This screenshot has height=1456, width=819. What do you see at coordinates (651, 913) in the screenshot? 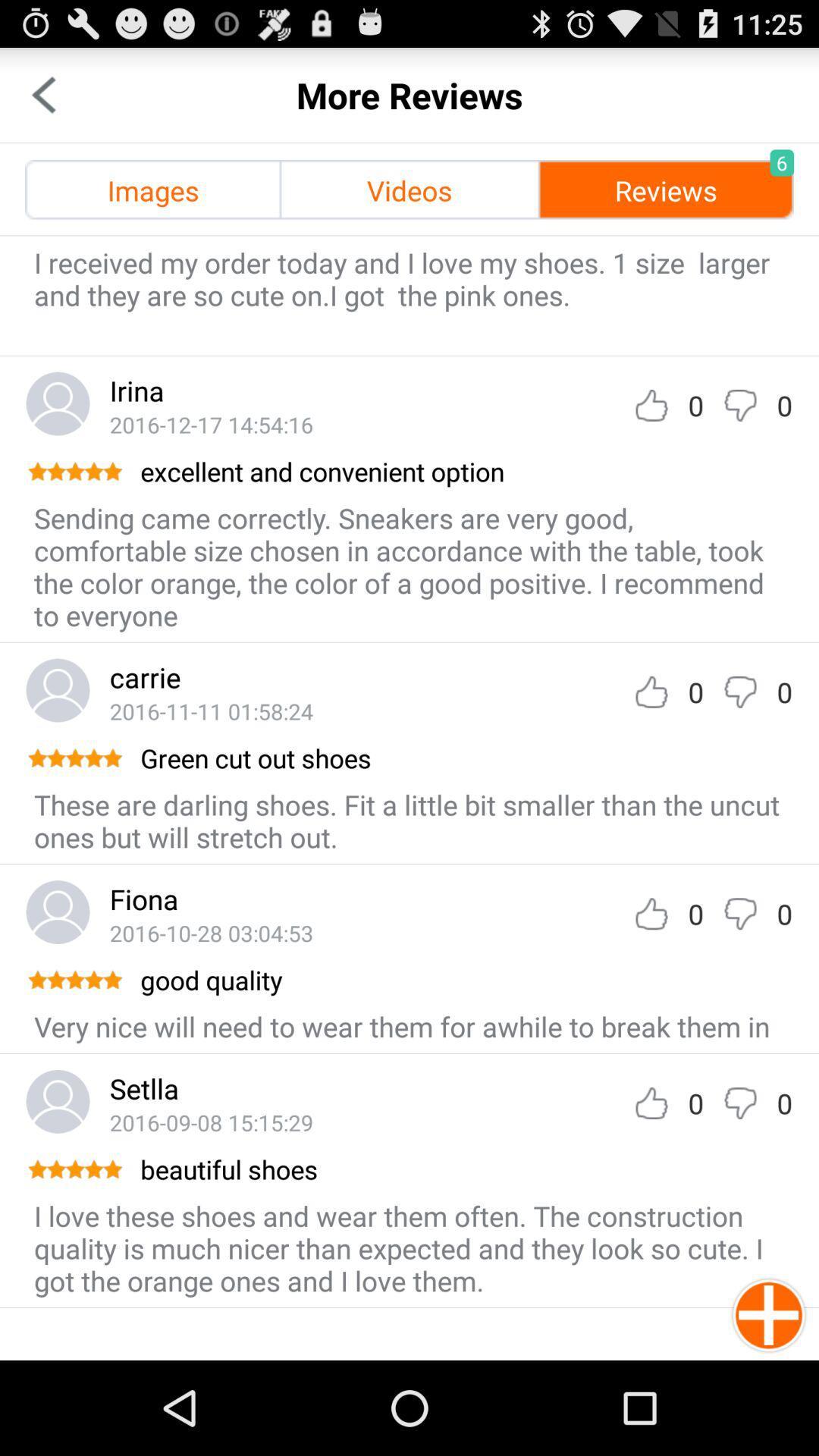
I see `like review` at bounding box center [651, 913].